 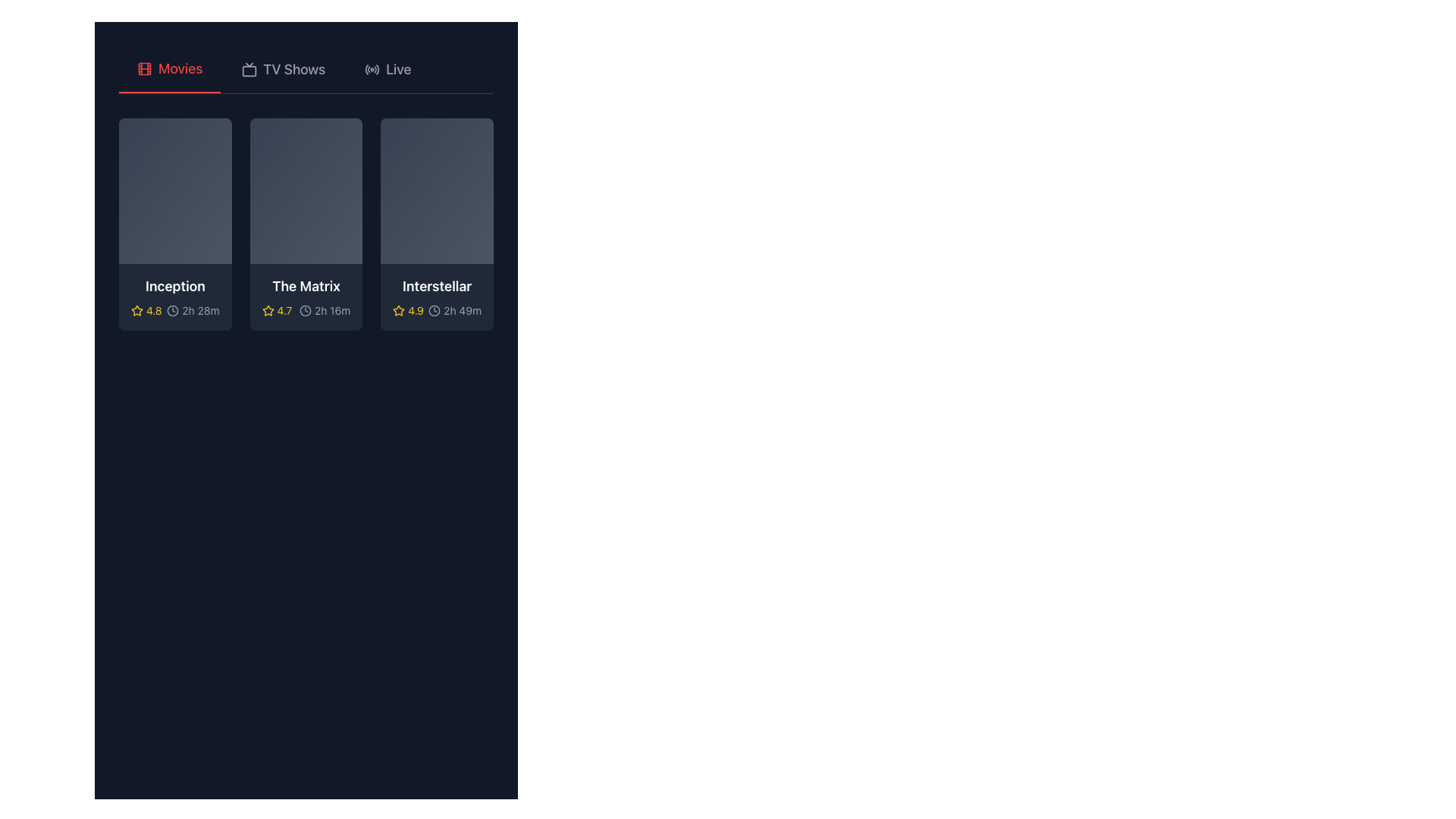 I want to click on the visual indicator icon for the 'TV Shows' menu item located in the second section of the horizontal navigation menu, positioned to the left of the 'TV Shows' text, so click(x=249, y=70).